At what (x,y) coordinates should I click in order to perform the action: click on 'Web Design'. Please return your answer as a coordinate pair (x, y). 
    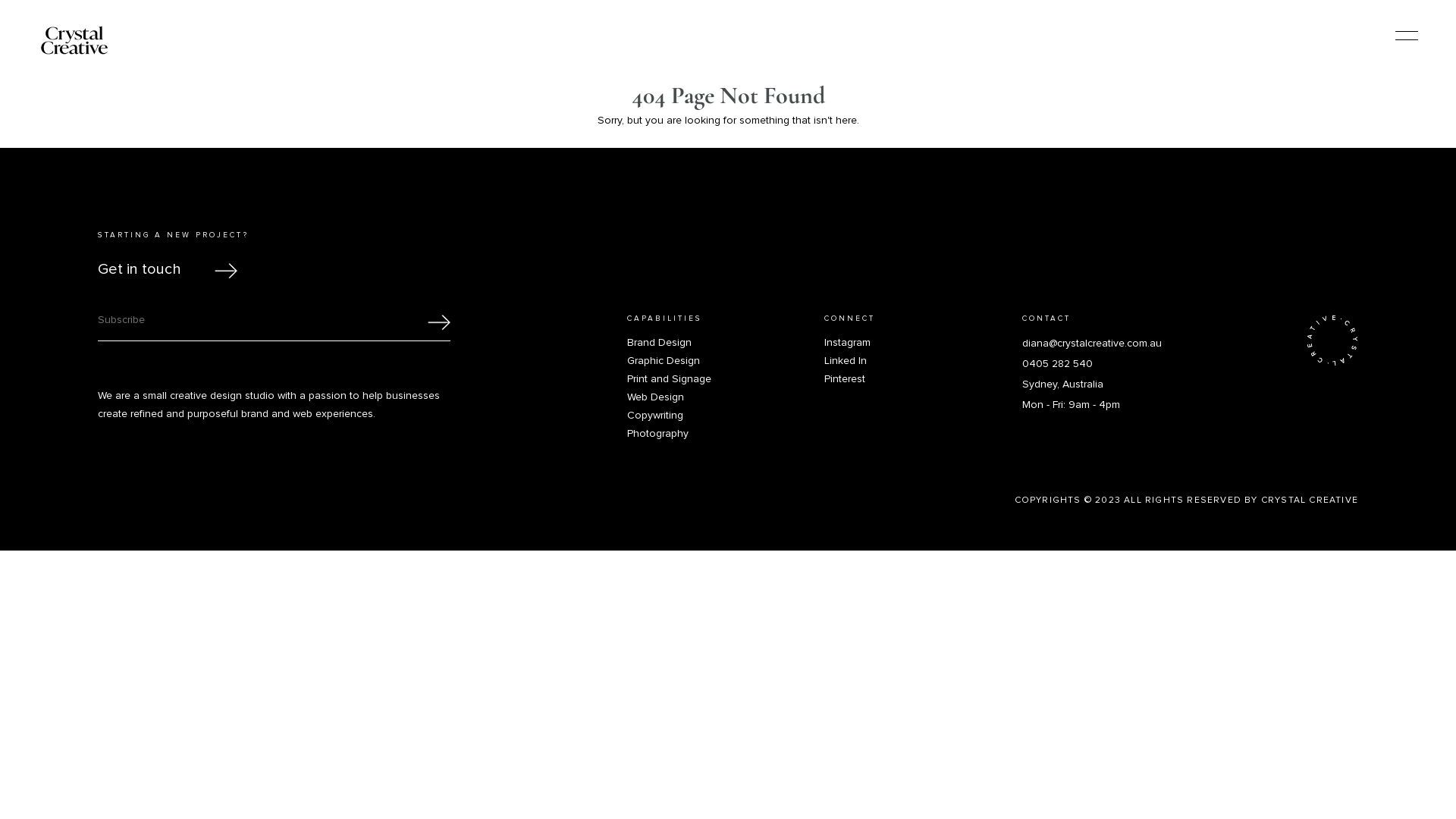
    Looking at the image, I should click on (626, 397).